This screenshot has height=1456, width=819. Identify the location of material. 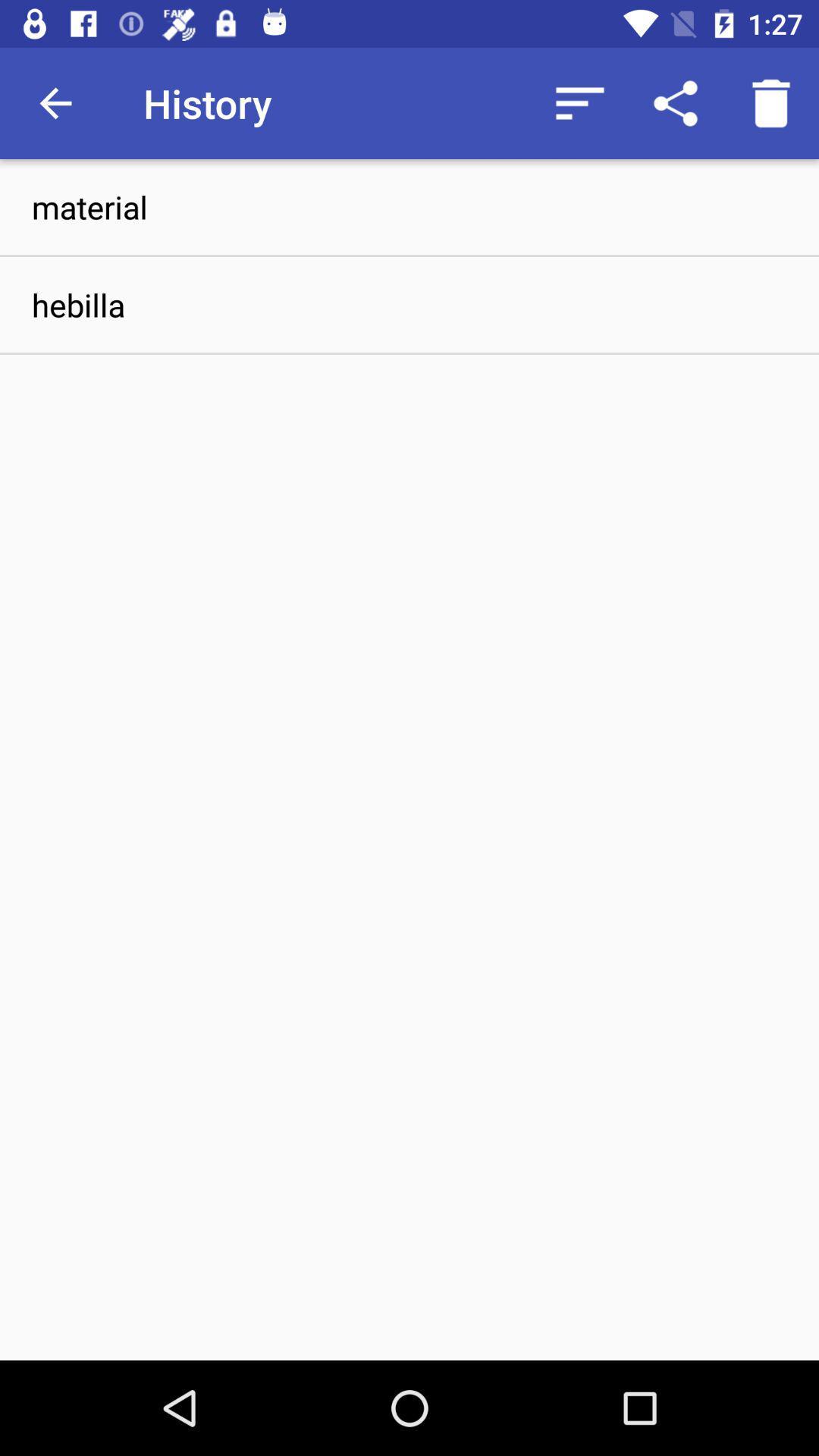
(409, 206).